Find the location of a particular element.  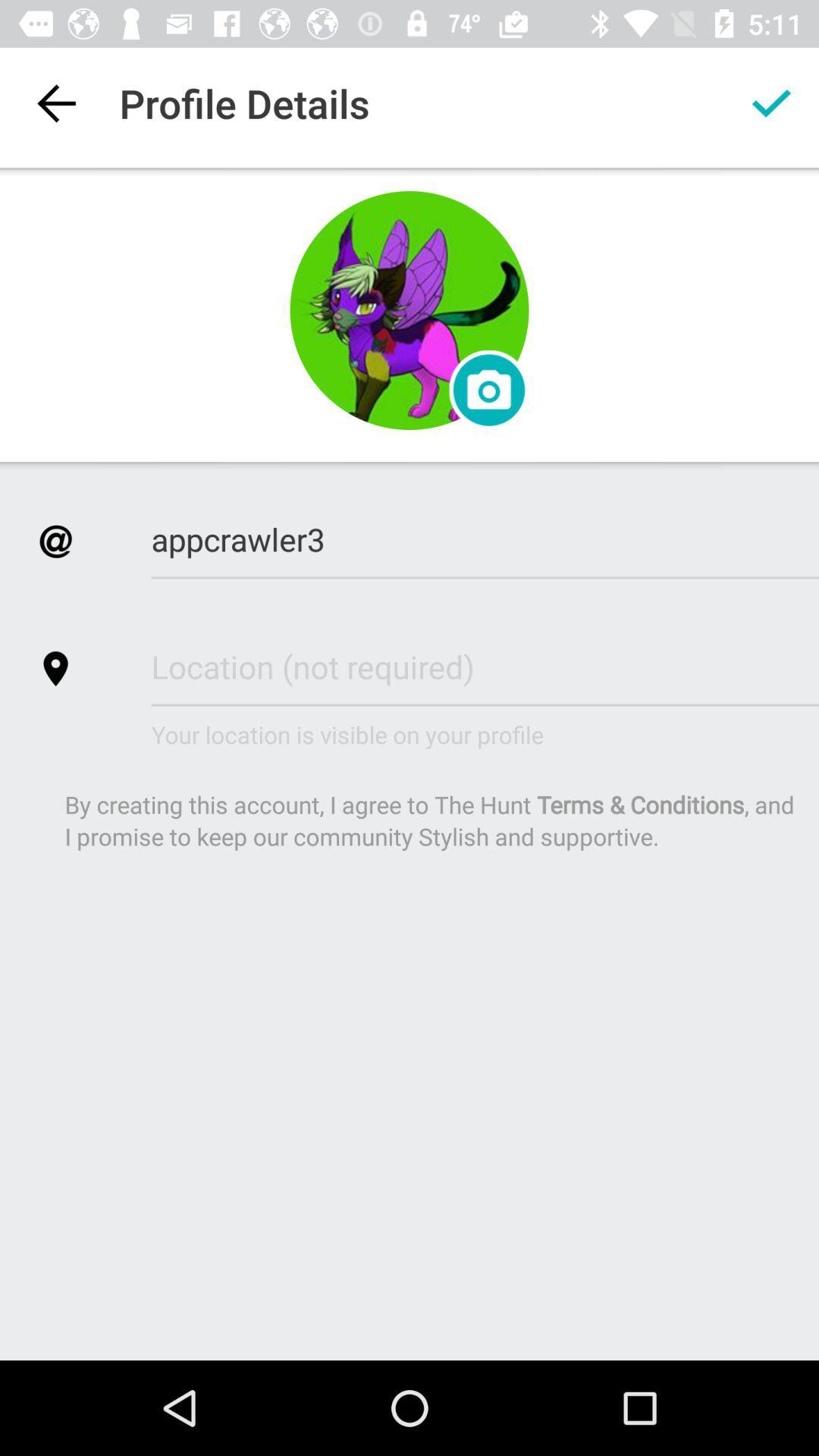

profile avatar edit button is located at coordinates (409, 309).